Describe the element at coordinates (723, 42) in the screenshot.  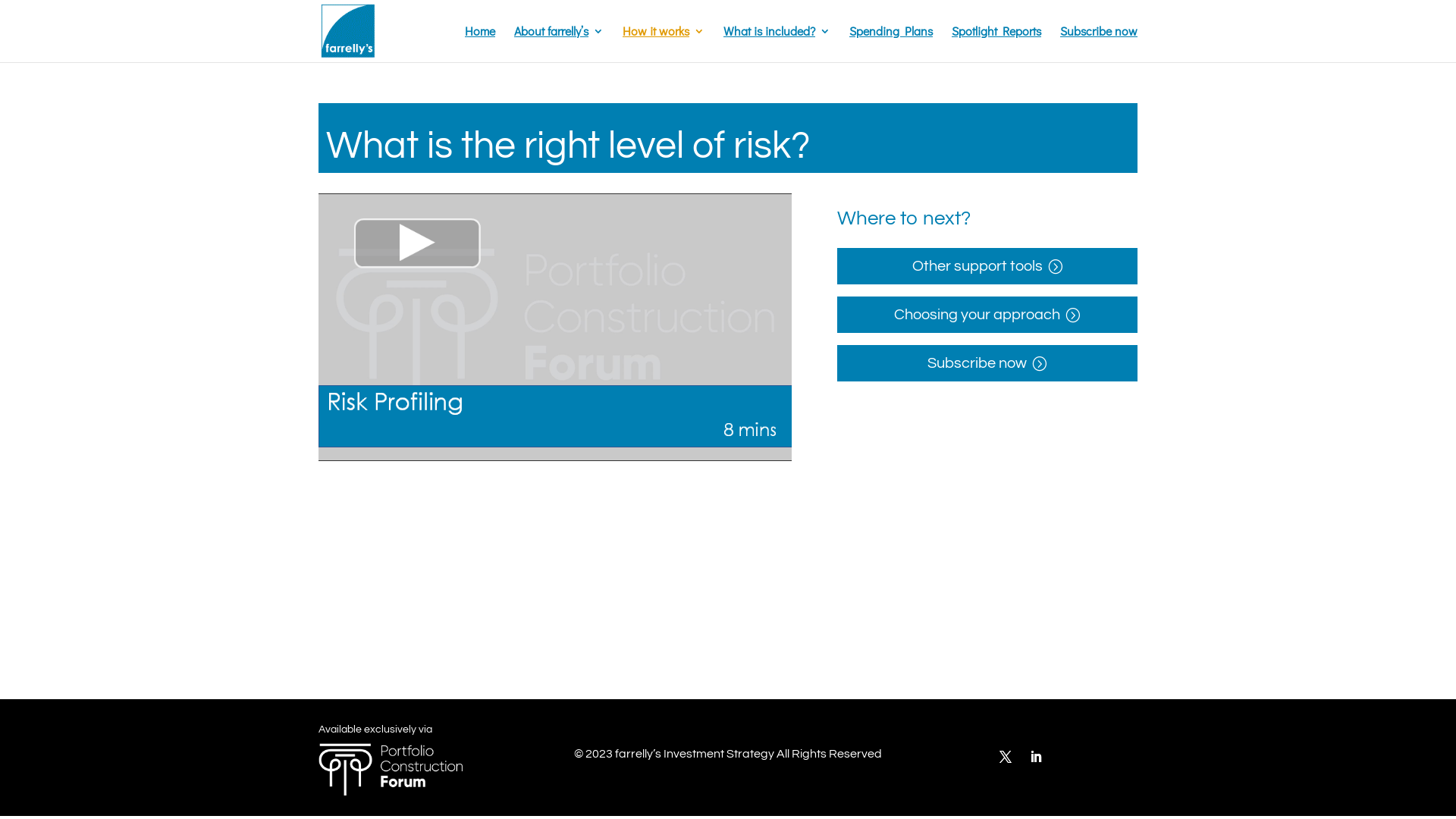
I see `'What is included?'` at that location.